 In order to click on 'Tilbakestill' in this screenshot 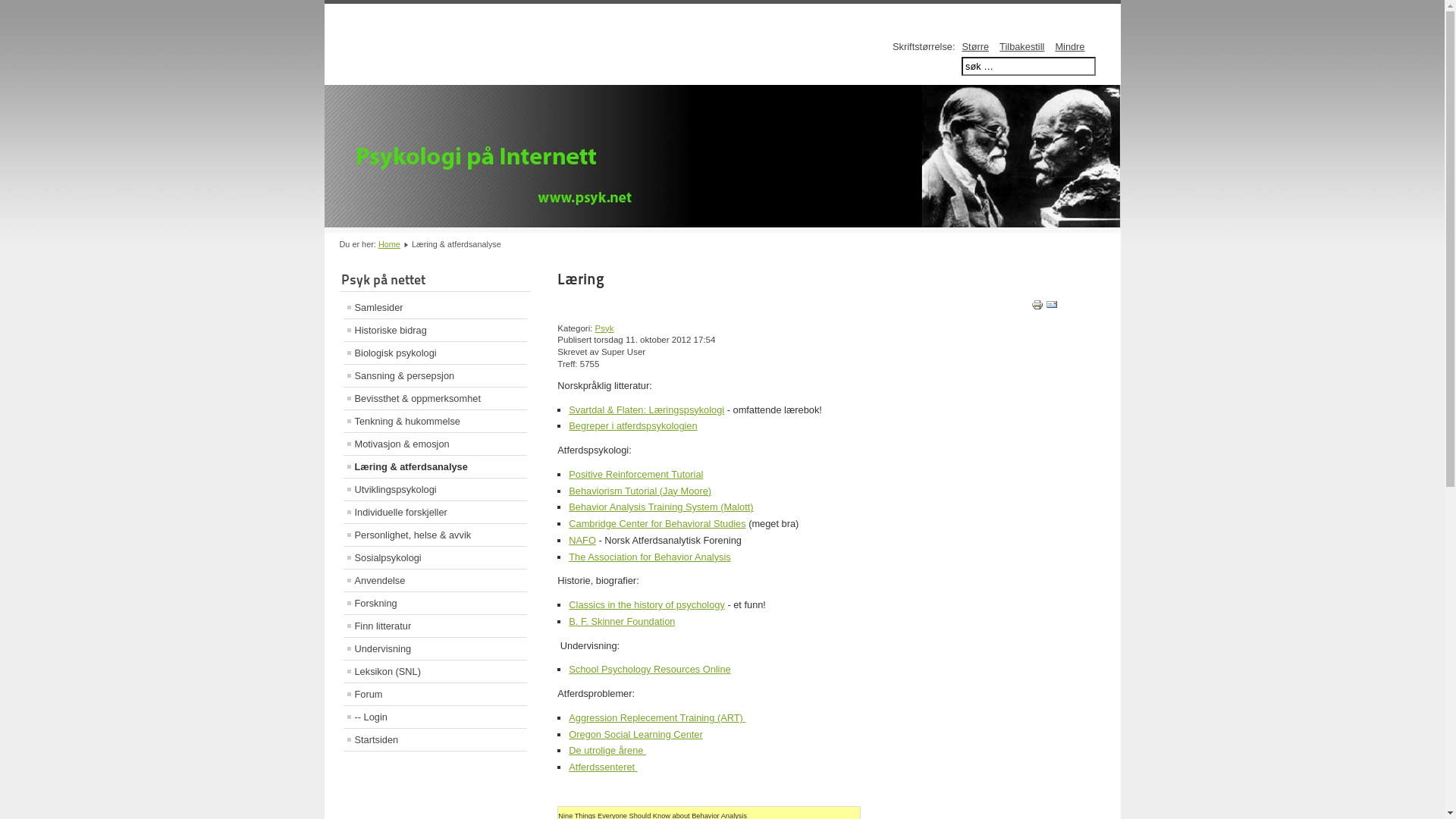, I will do `click(1021, 45)`.